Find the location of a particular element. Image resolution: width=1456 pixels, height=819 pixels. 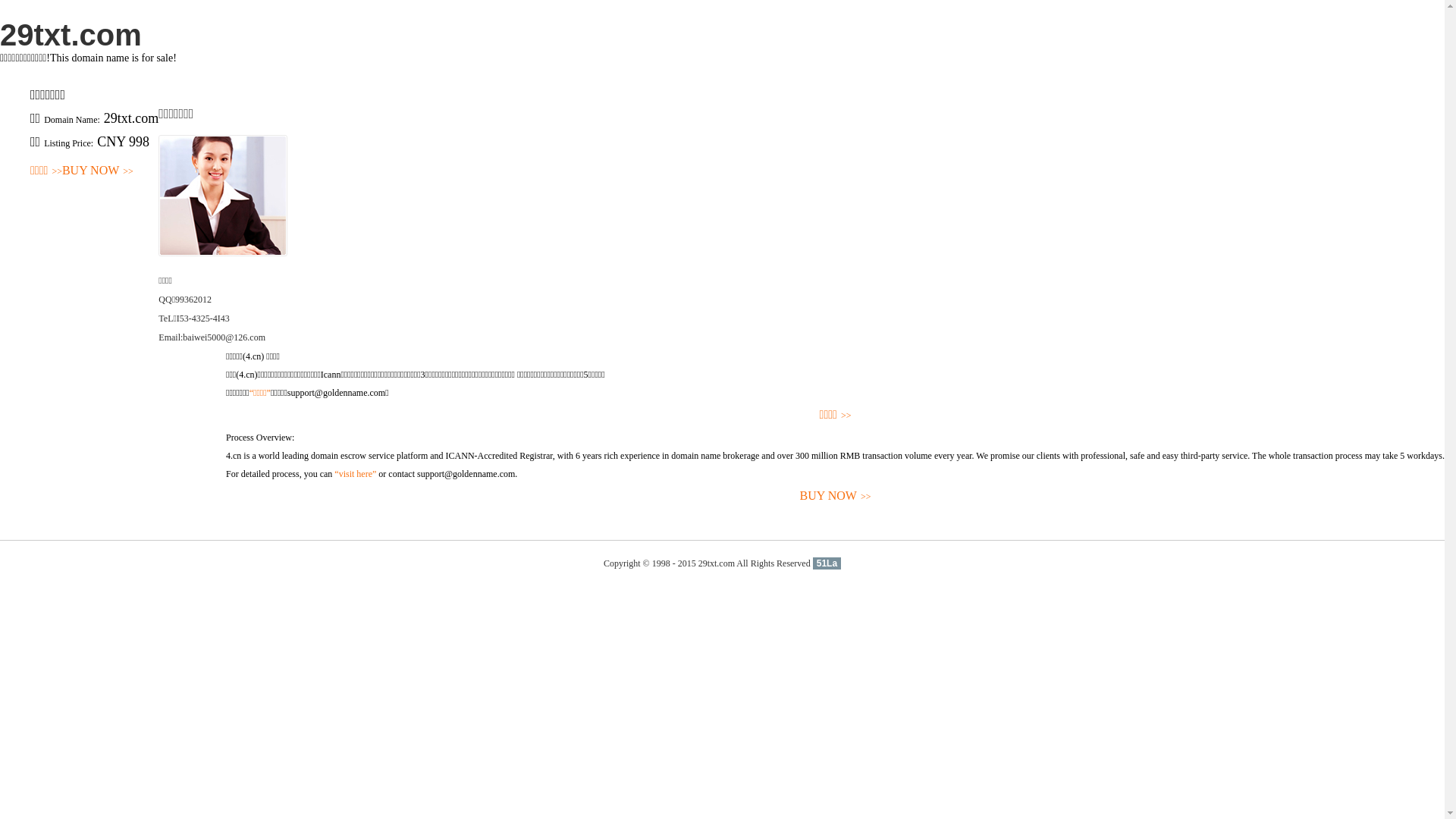

'BUY NOW>>' is located at coordinates (97, 171).